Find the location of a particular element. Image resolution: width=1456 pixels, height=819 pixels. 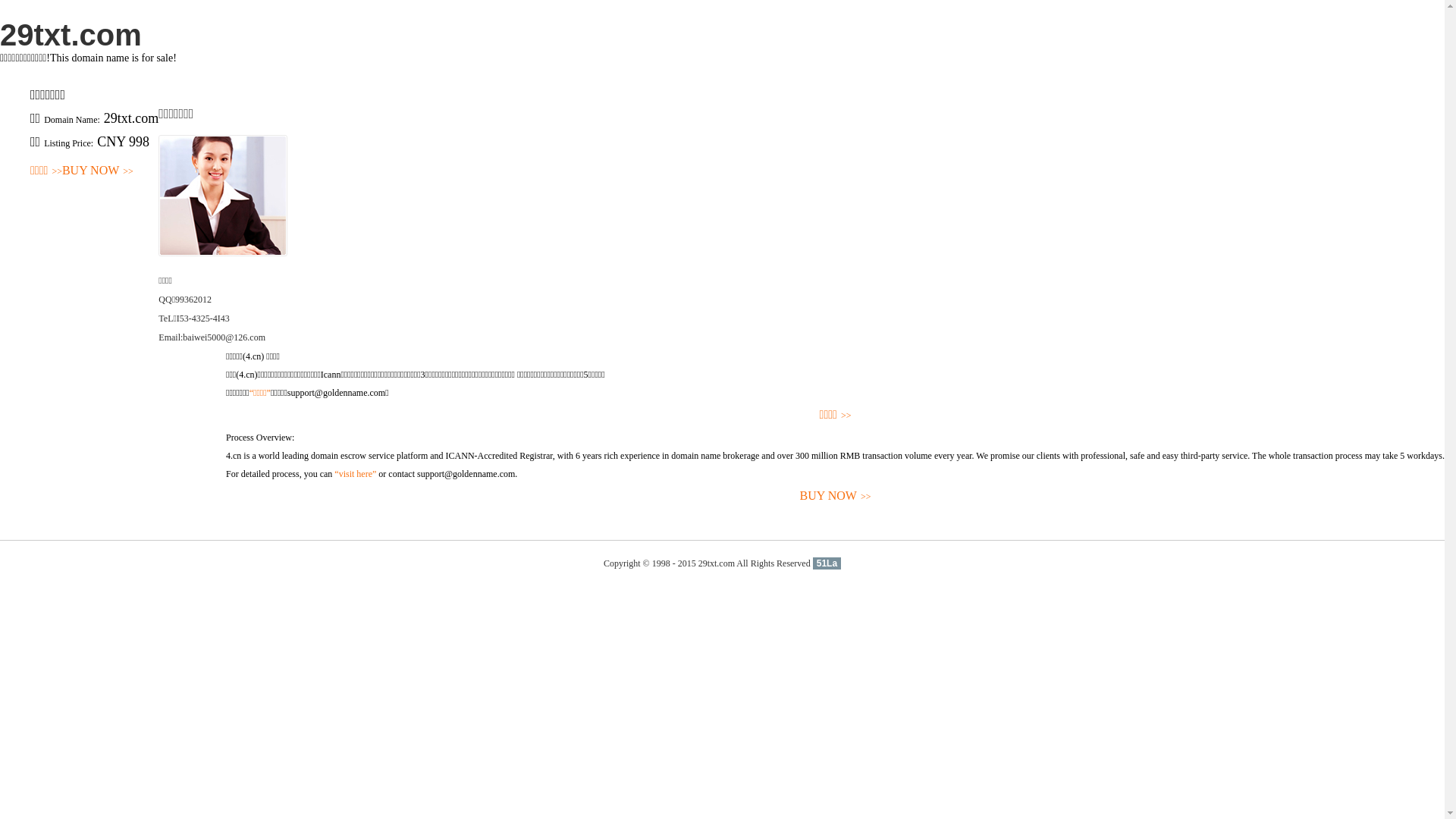

'BUY NOW>>' is located at coordinates (97, 171).